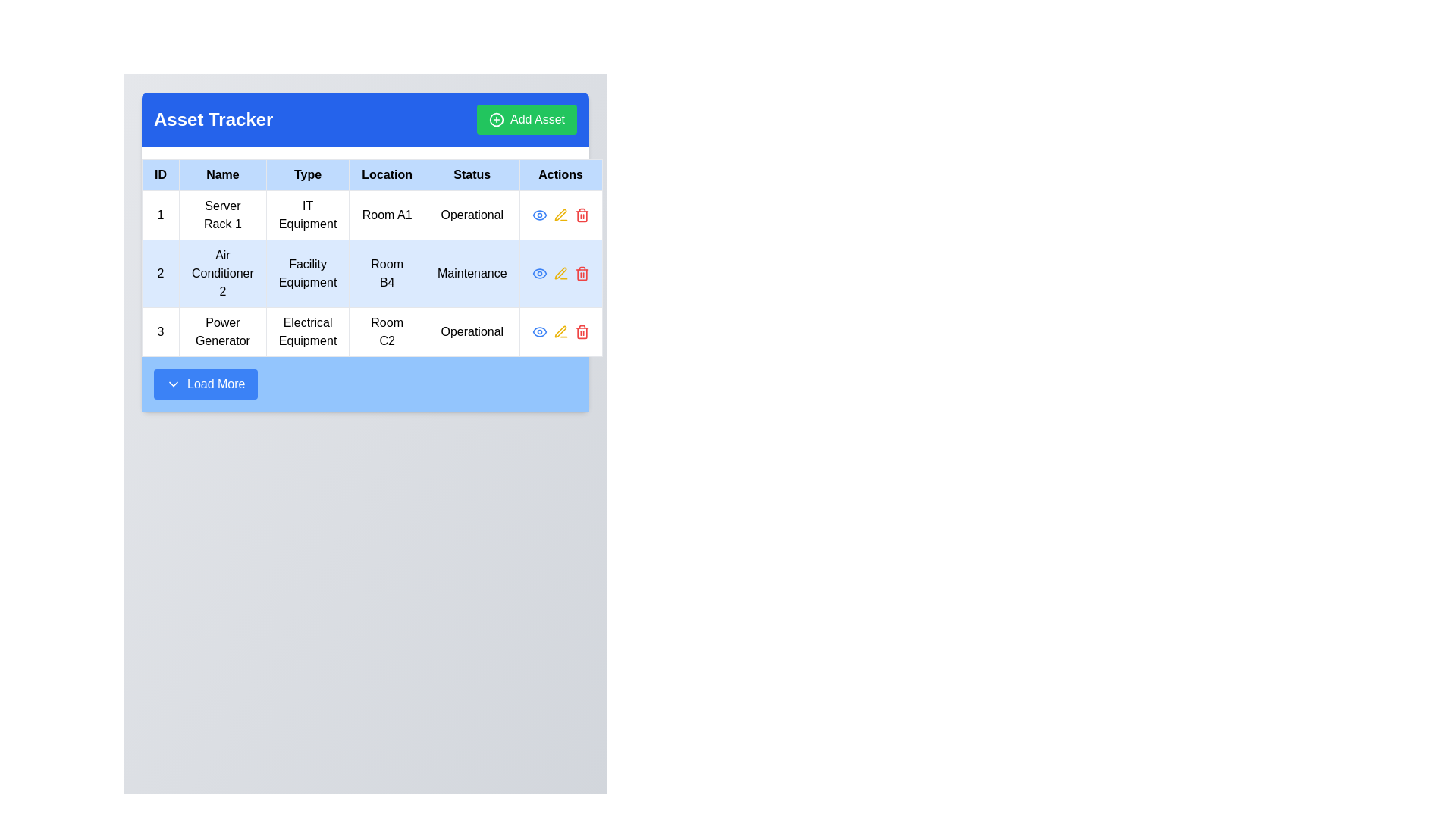 Image resolution: width=1456 pixels, height=819 pixels. Describe the element at coordinates (221, 274) in the screenshot. I see `the static text label displaying 'Air Conditioner 2' in the second row of the 'Name' column under the 'Asset Tracker' header` at that location.